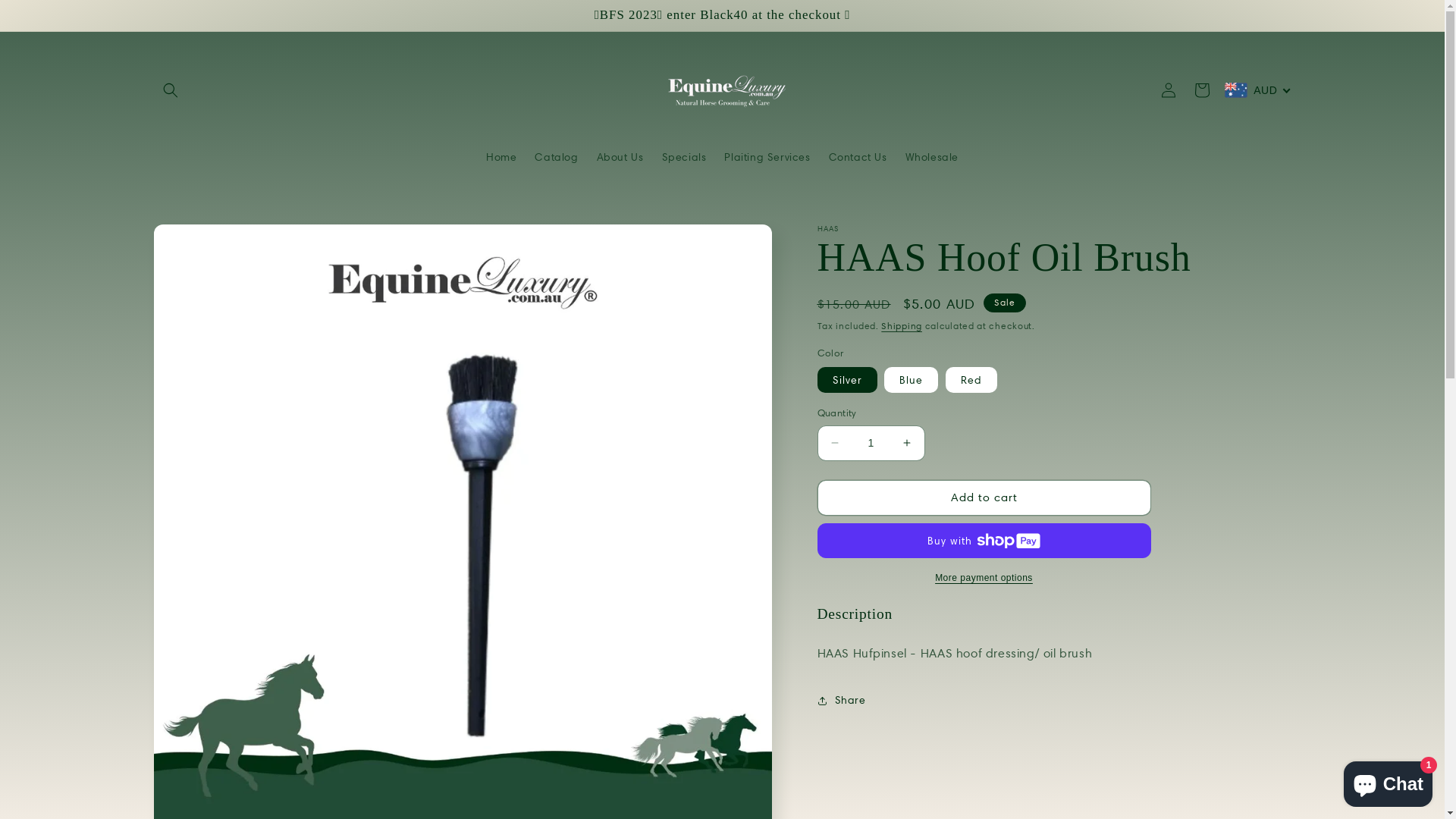 Image resolution: width=1456 pixels, height=819 pixels. What do you see at coordinates (907, 443) in the screenshot?
I see `'Increase quantity for HAAS Hoof Oil Brush'` at bounding box center [907, 443].